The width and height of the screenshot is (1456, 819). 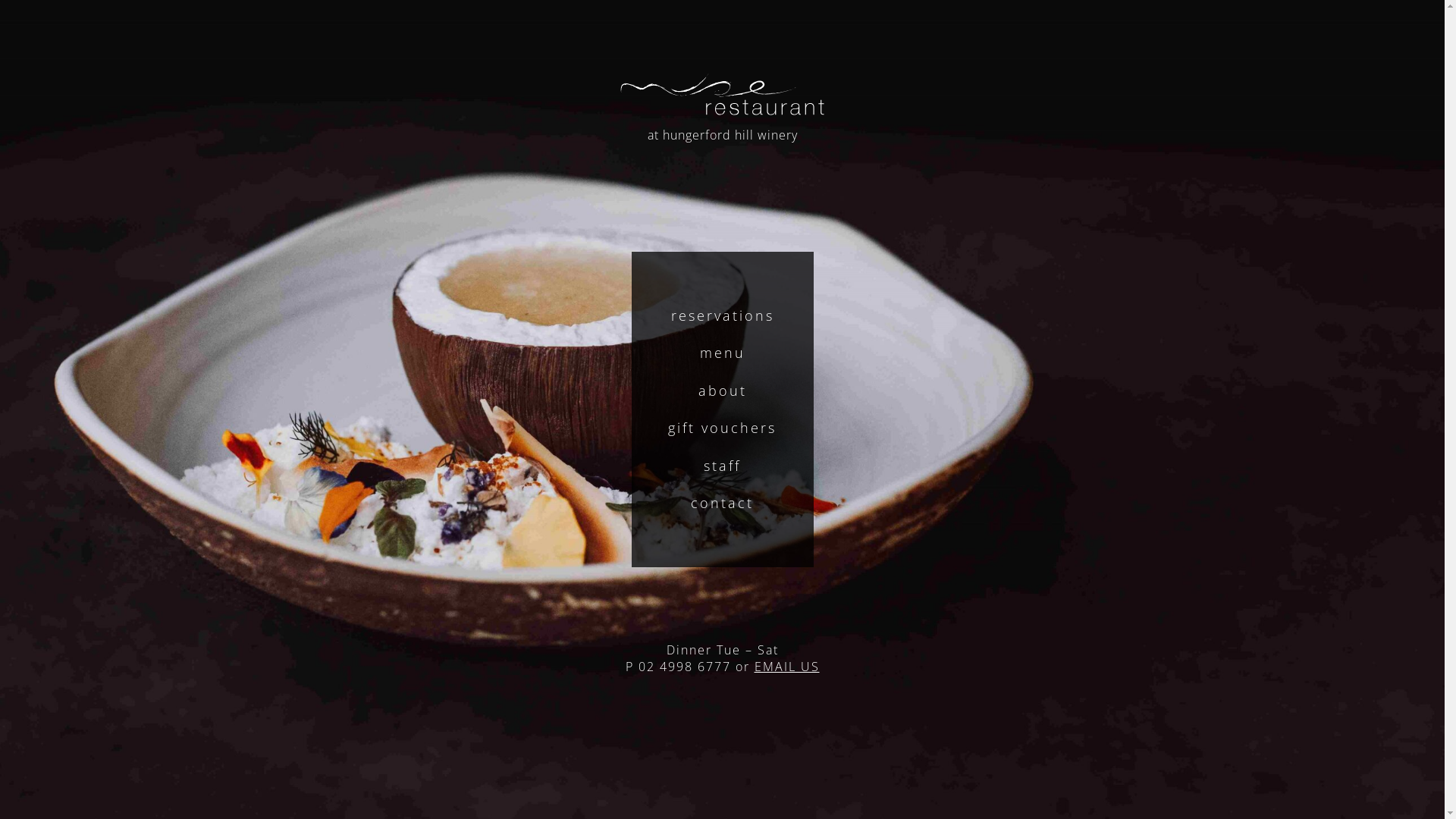 What do you see at coordinates (720, 428) in the screenshot?
I see `'gift vouchers'` at bounding box center [720, 428].